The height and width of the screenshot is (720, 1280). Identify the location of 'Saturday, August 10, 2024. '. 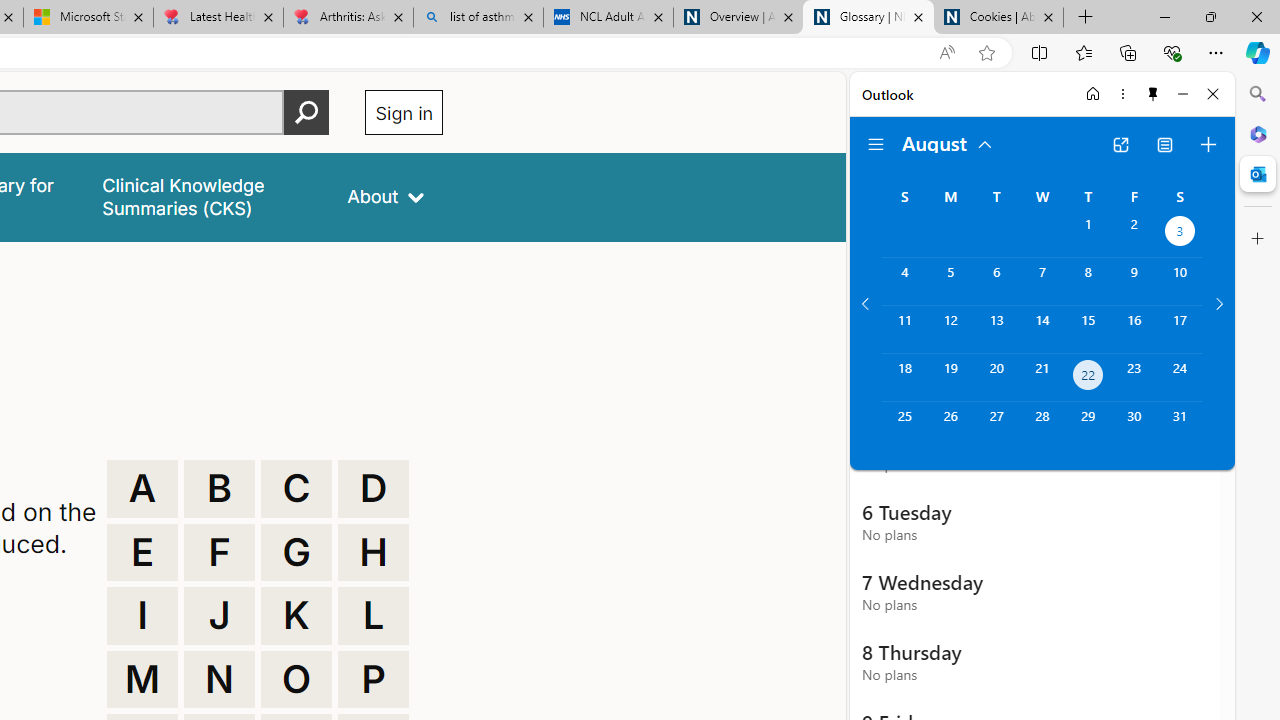
(1180, 281).